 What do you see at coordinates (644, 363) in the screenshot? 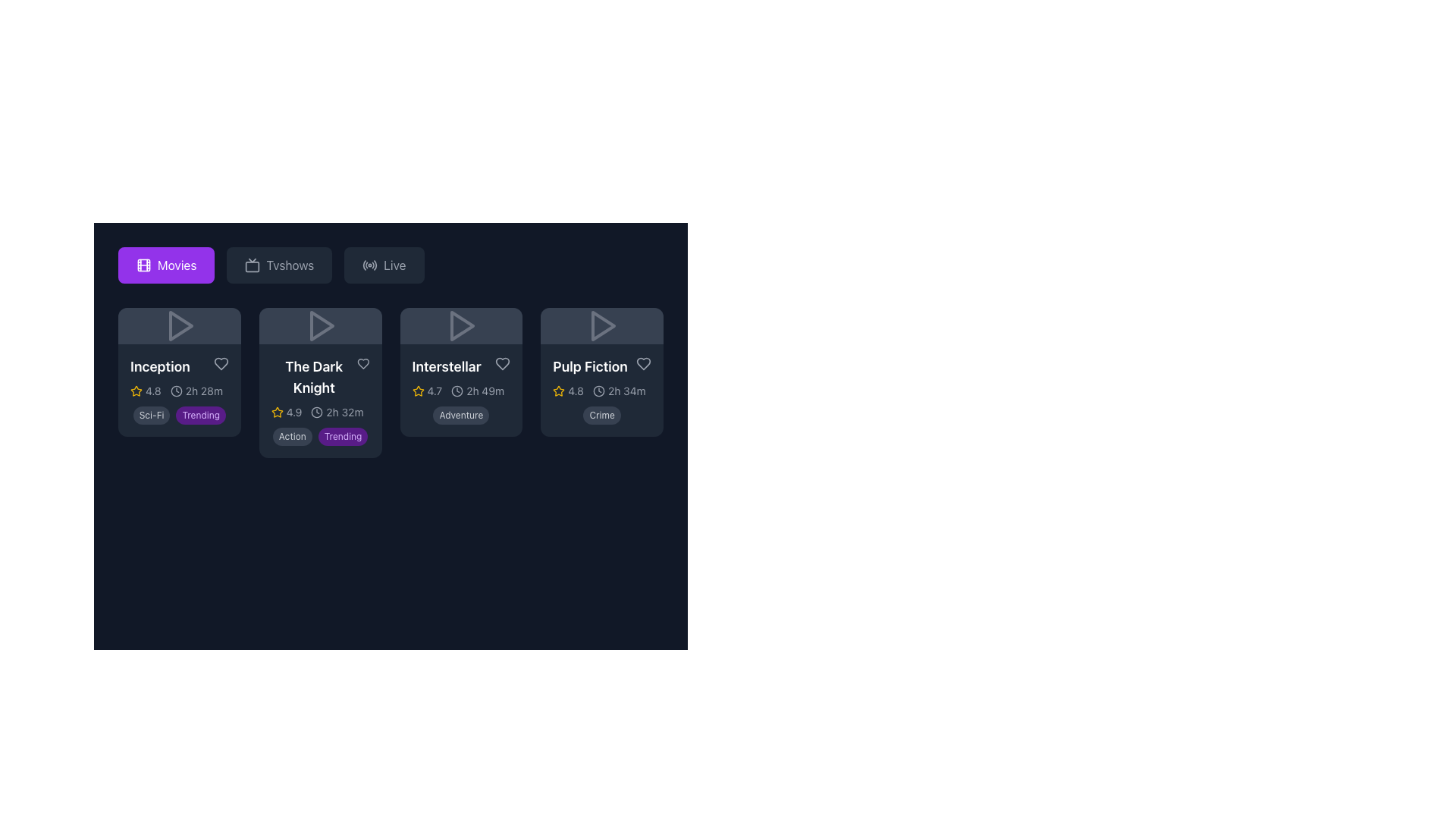
I see `the heart icon next to the title 'Pulp Fiction'` at bounding box center [644, 363].